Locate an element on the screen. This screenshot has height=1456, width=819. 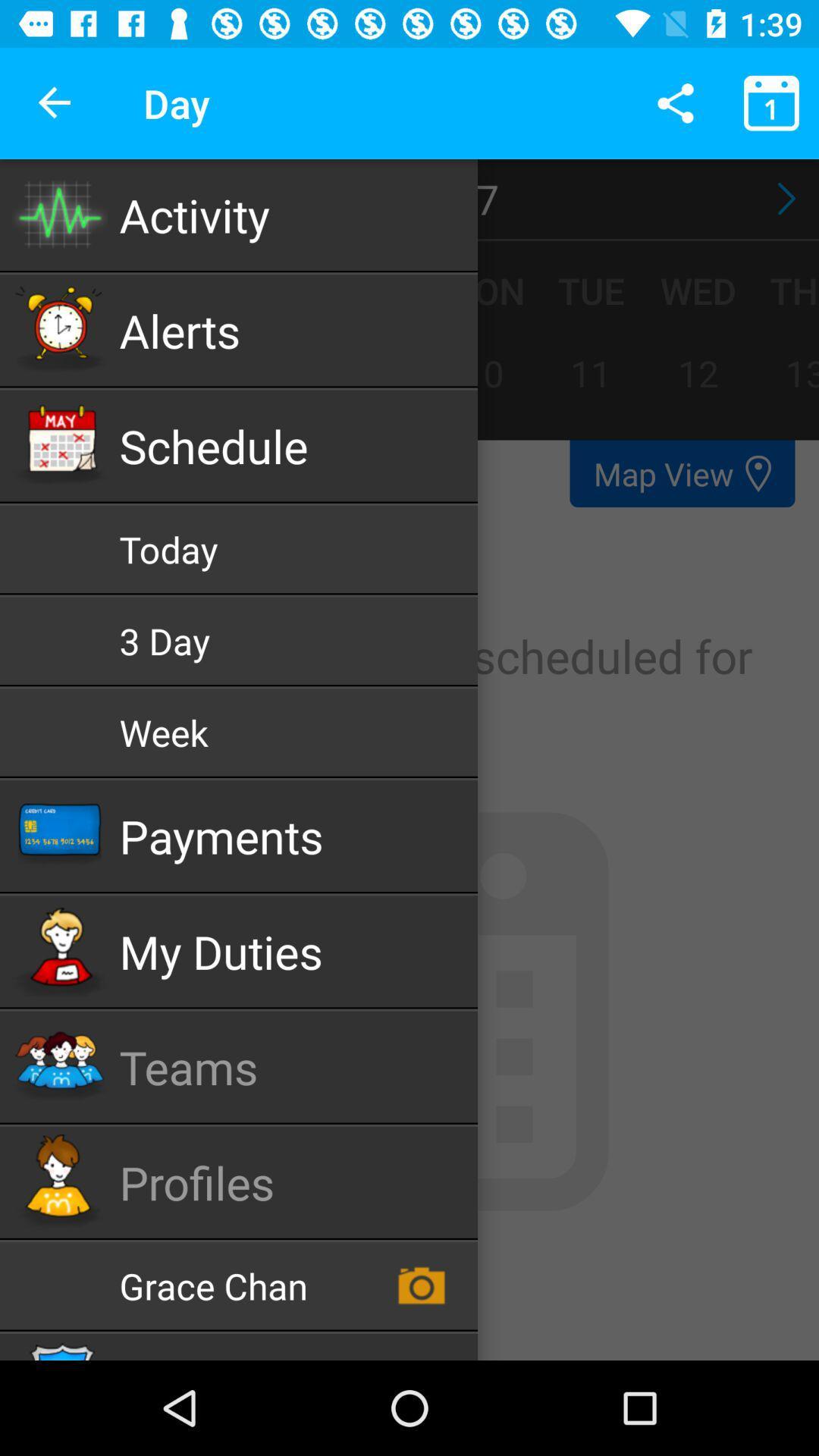
the arrow_forward icon is located at coordinates (783, 198).